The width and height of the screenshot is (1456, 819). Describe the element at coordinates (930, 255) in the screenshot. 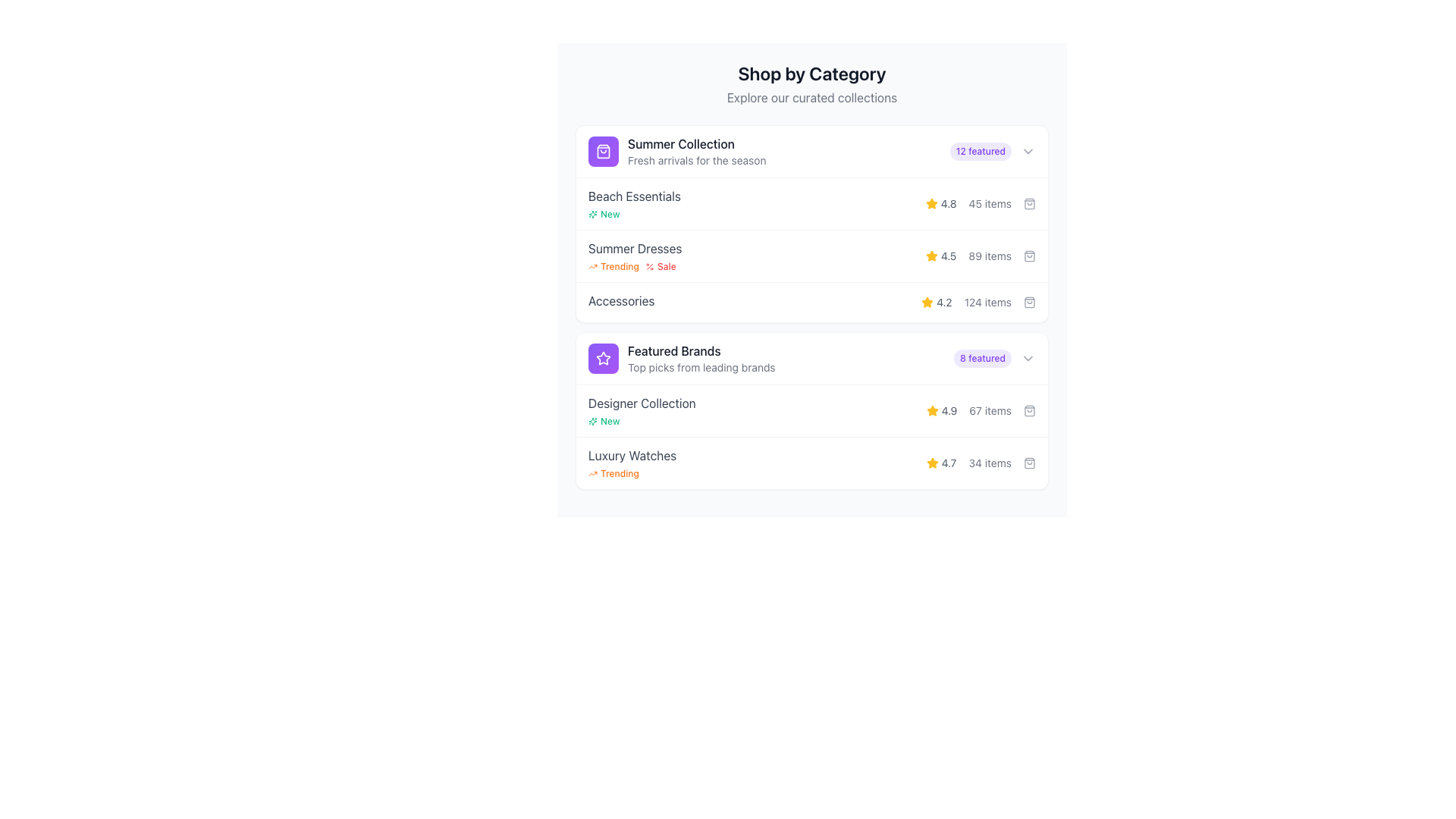

I see `the amber star icon indicating the rating for the 'Summer Dresses' category, located to the right of the category label and left of the number '4.5'` at that location.